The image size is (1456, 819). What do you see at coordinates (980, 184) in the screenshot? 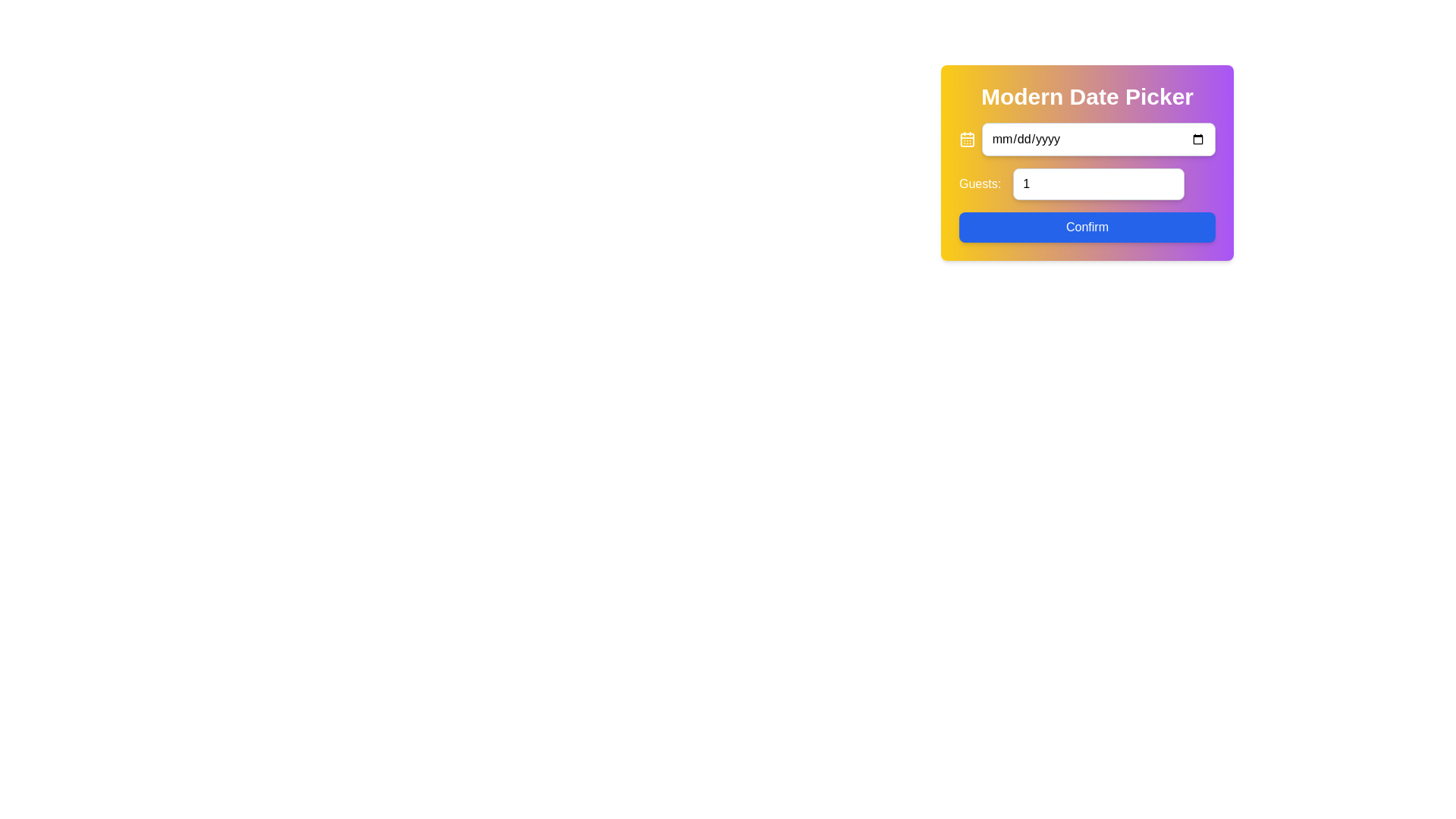
I see `the label displaying the text 'Guests:' which is styled in white against a gradient background transitioning from yellow to purple` at bounding box center [980, 184].